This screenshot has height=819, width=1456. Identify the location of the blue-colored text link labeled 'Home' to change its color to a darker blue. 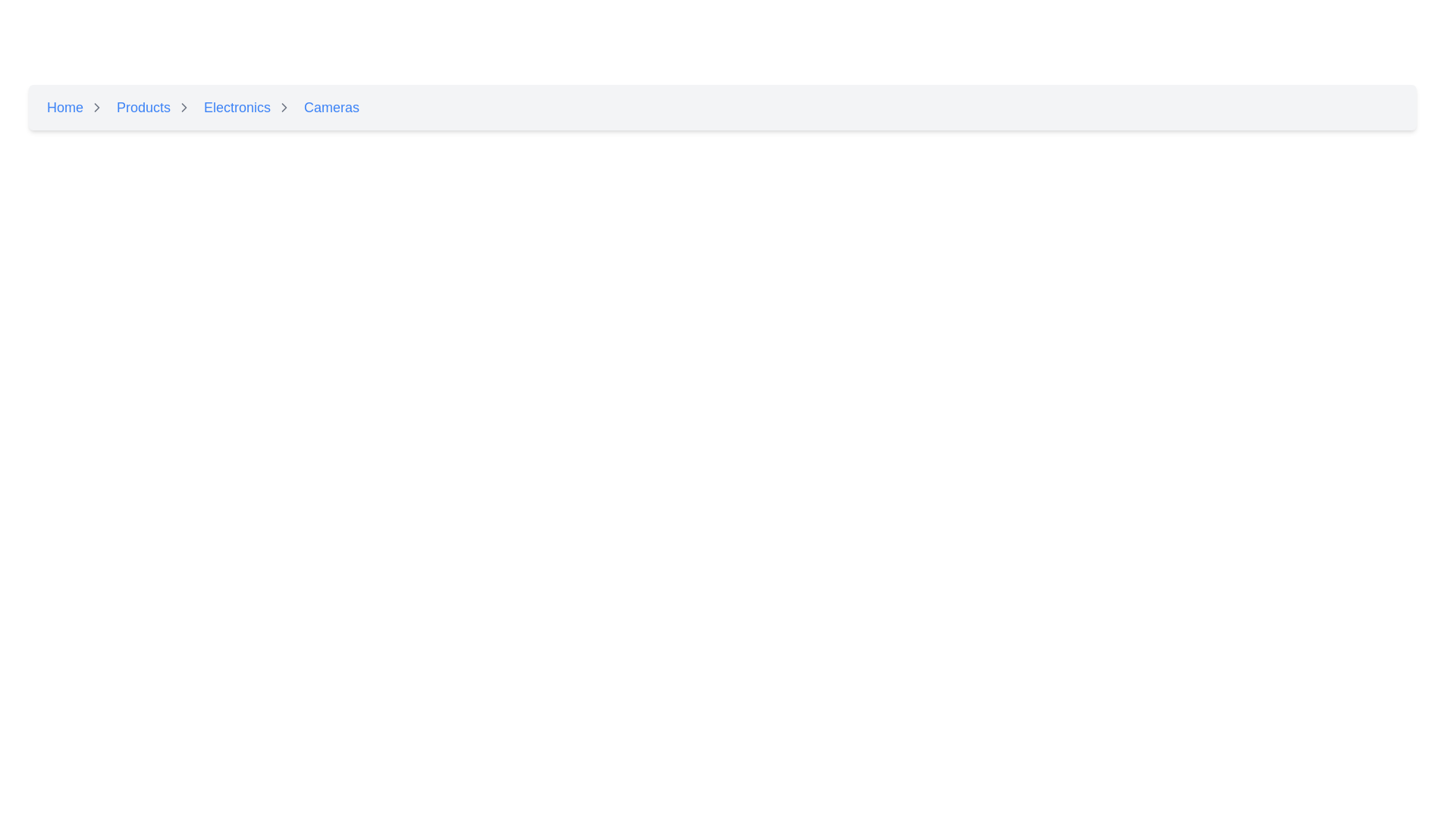
(64, 107).